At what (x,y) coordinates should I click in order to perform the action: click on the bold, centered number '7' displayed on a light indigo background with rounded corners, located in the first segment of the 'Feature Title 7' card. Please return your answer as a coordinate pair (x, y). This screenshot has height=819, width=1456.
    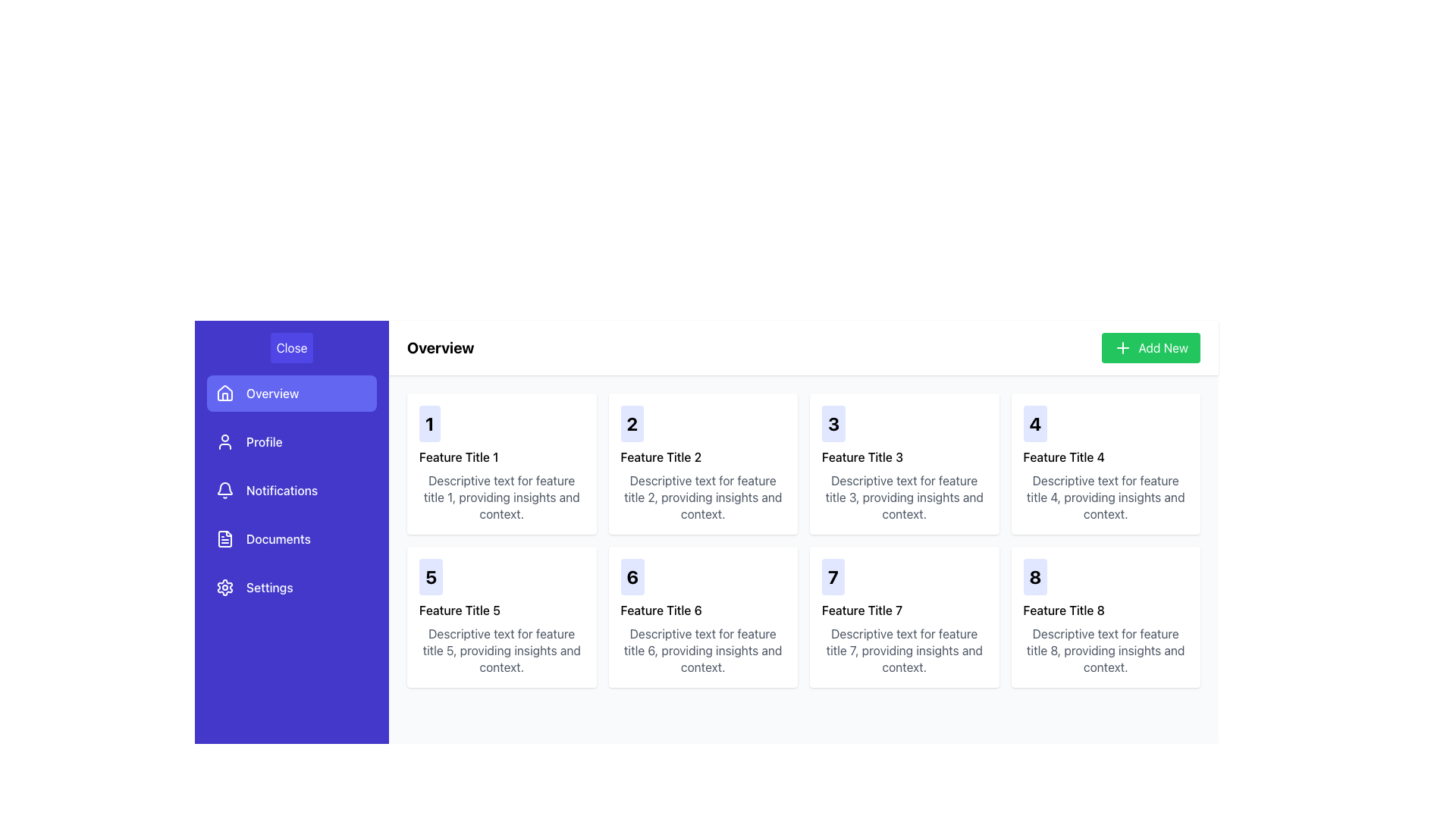
    Looking at the image, I should click on (833, 576).